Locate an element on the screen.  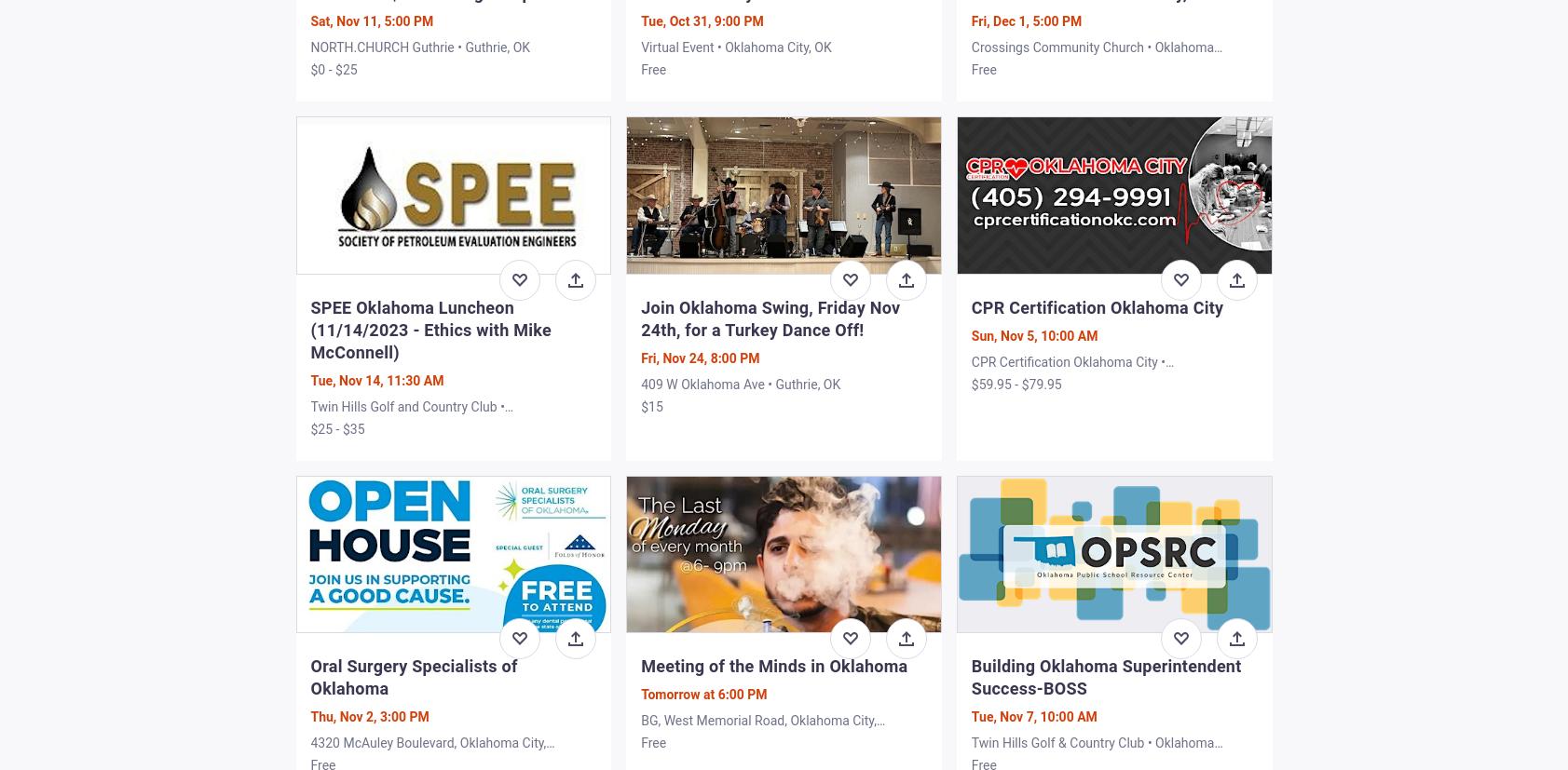
'Virtual Event • Oklahoma City, OK' is located at coordinates (735, 47).